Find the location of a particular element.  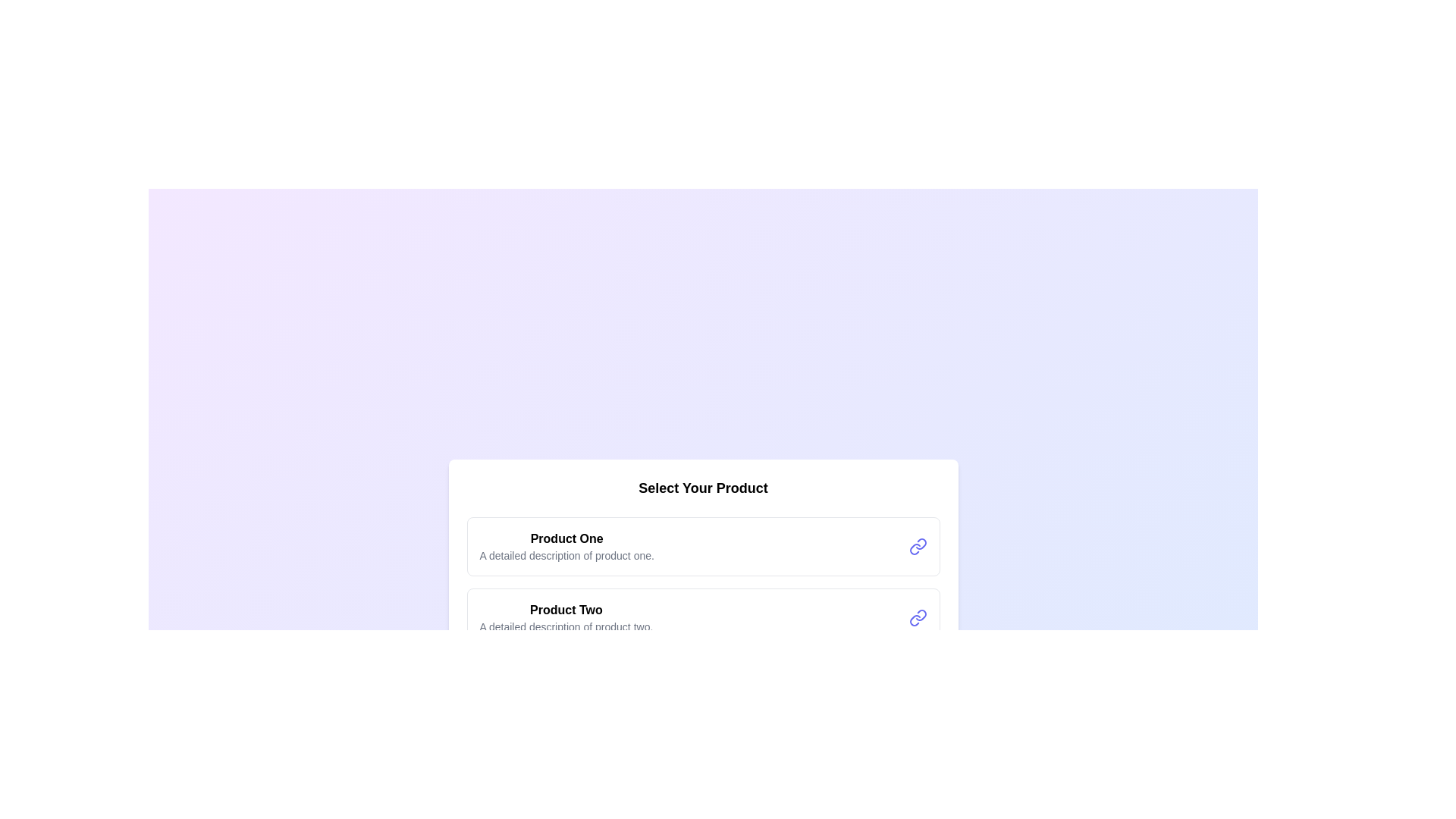

text label 'Product One' which is positioned at the top of a white card, above the description text is located at coordinates (566, 538).